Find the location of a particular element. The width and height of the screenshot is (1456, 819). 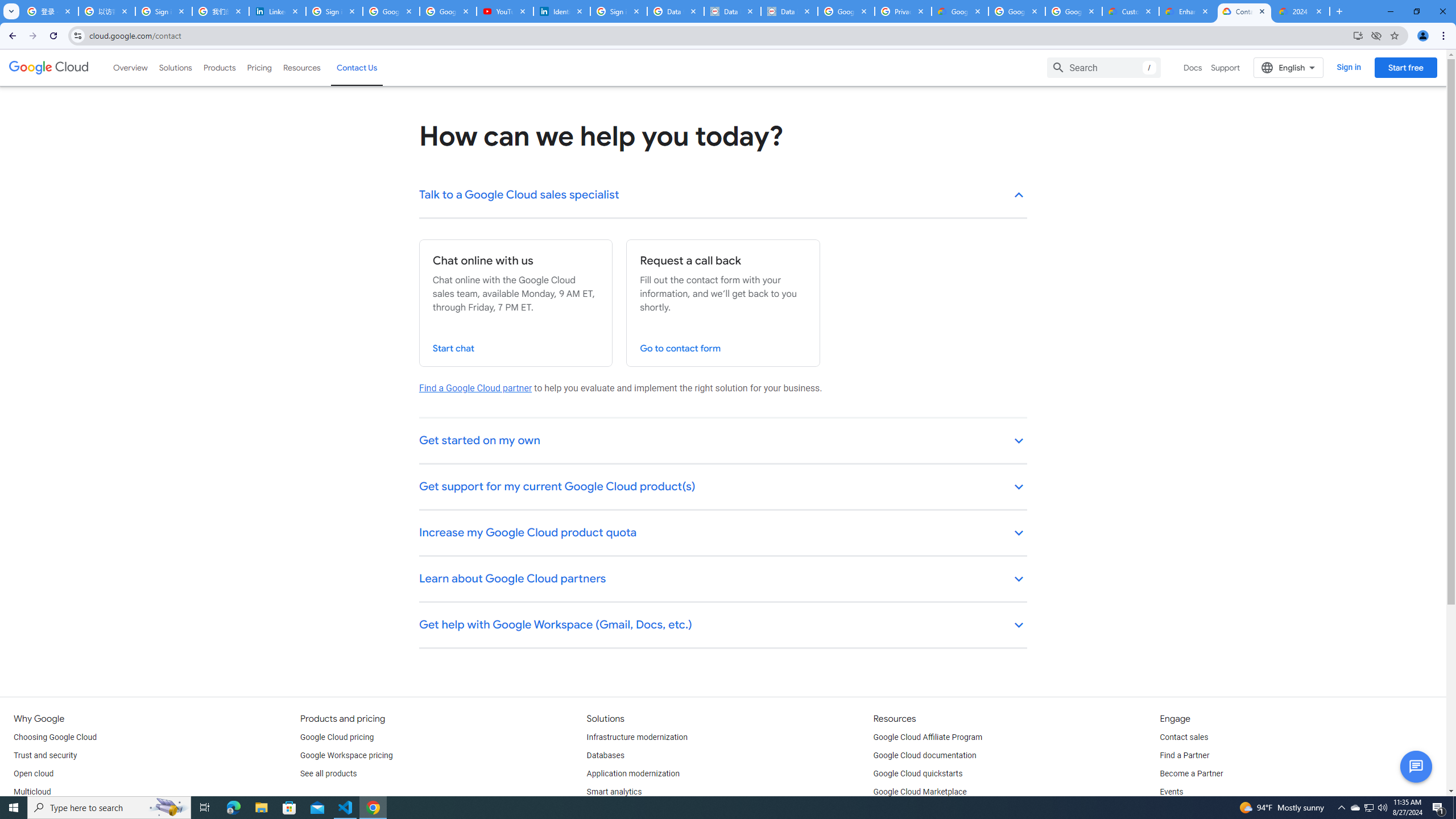

'Google Workspace pricing' is located at coordinates (346, 755).